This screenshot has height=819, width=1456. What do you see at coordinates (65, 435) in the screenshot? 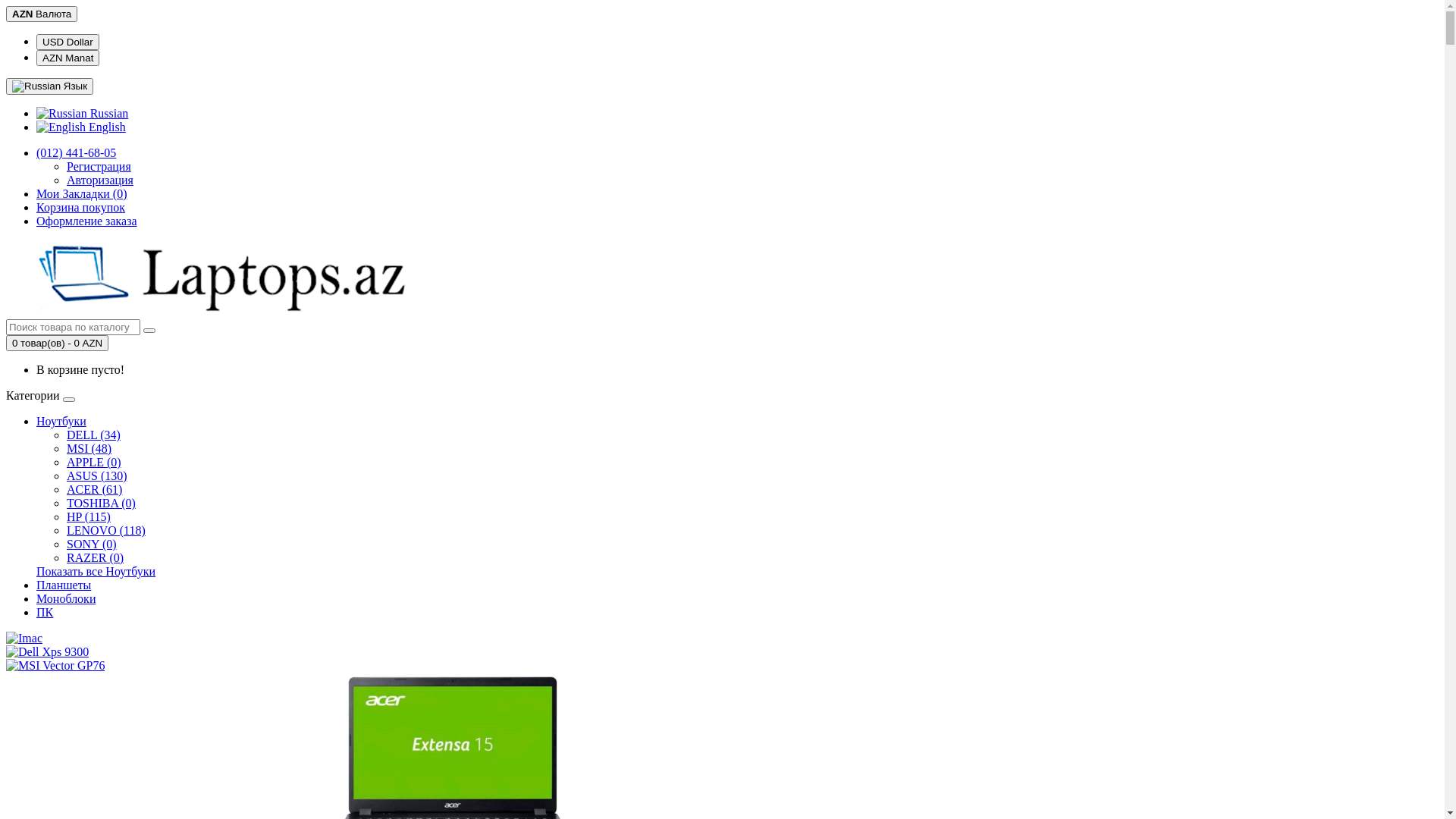
I see `'DELL (34)'` at bounding box center [65, 435].